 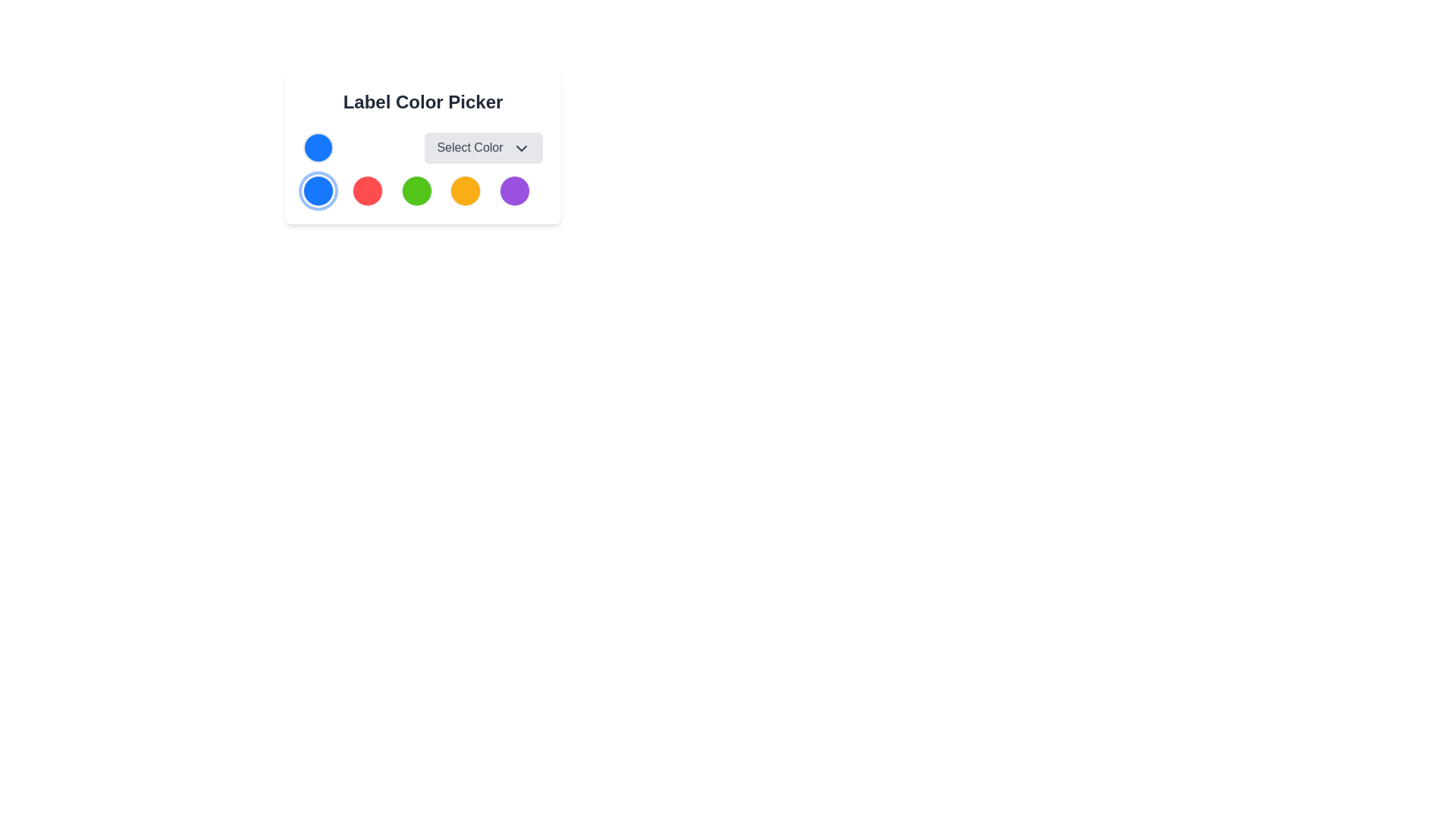 I want to click on the third circular button that allows users to select green as a color option, so click(x=416, y=190).